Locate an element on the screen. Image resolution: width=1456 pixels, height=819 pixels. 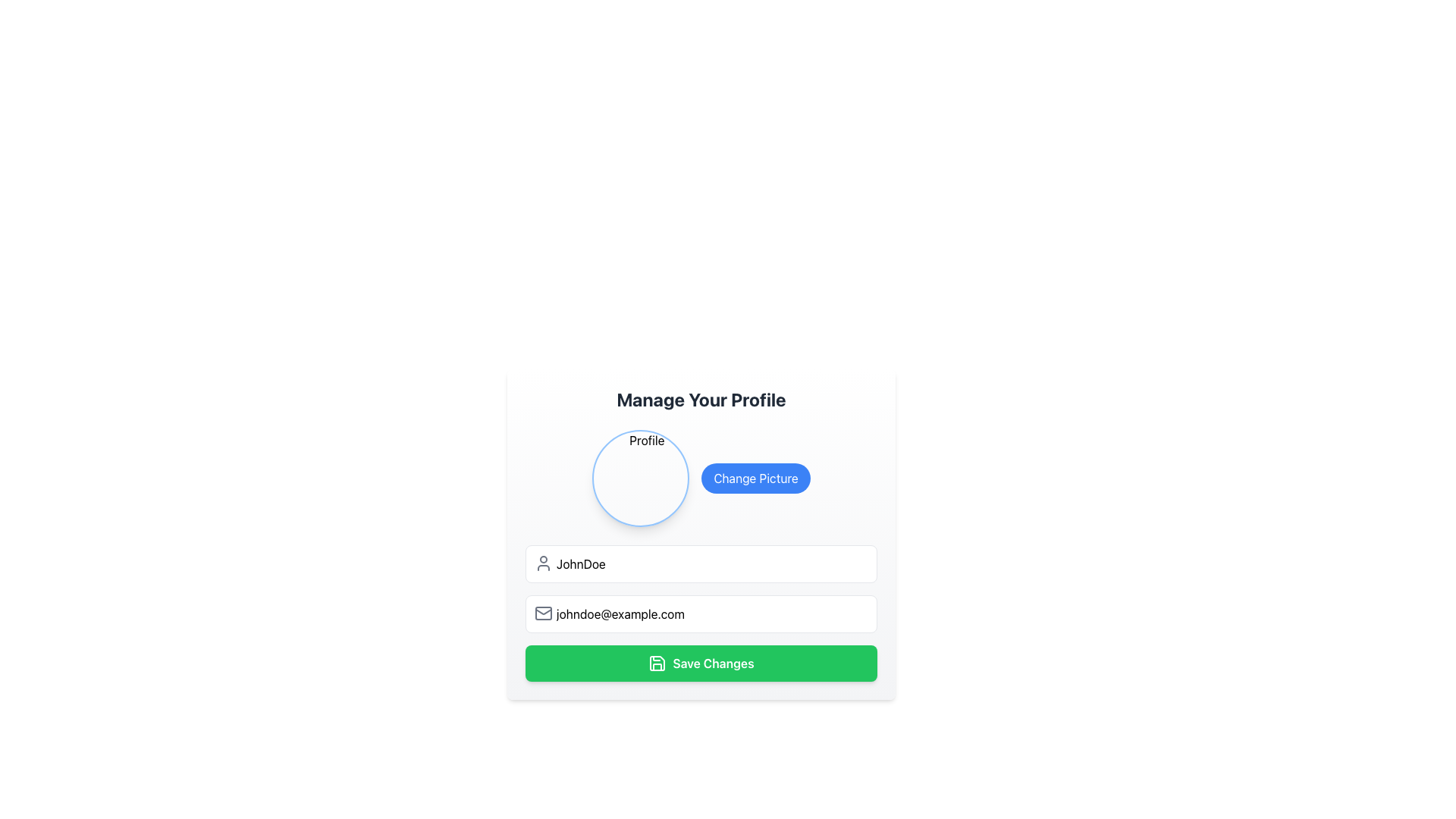
the small, green-lined save icon resembling a floppy disk located inside the 'Save Changes' button, adjacent to the button's label text is located at coordinates (657, 663).